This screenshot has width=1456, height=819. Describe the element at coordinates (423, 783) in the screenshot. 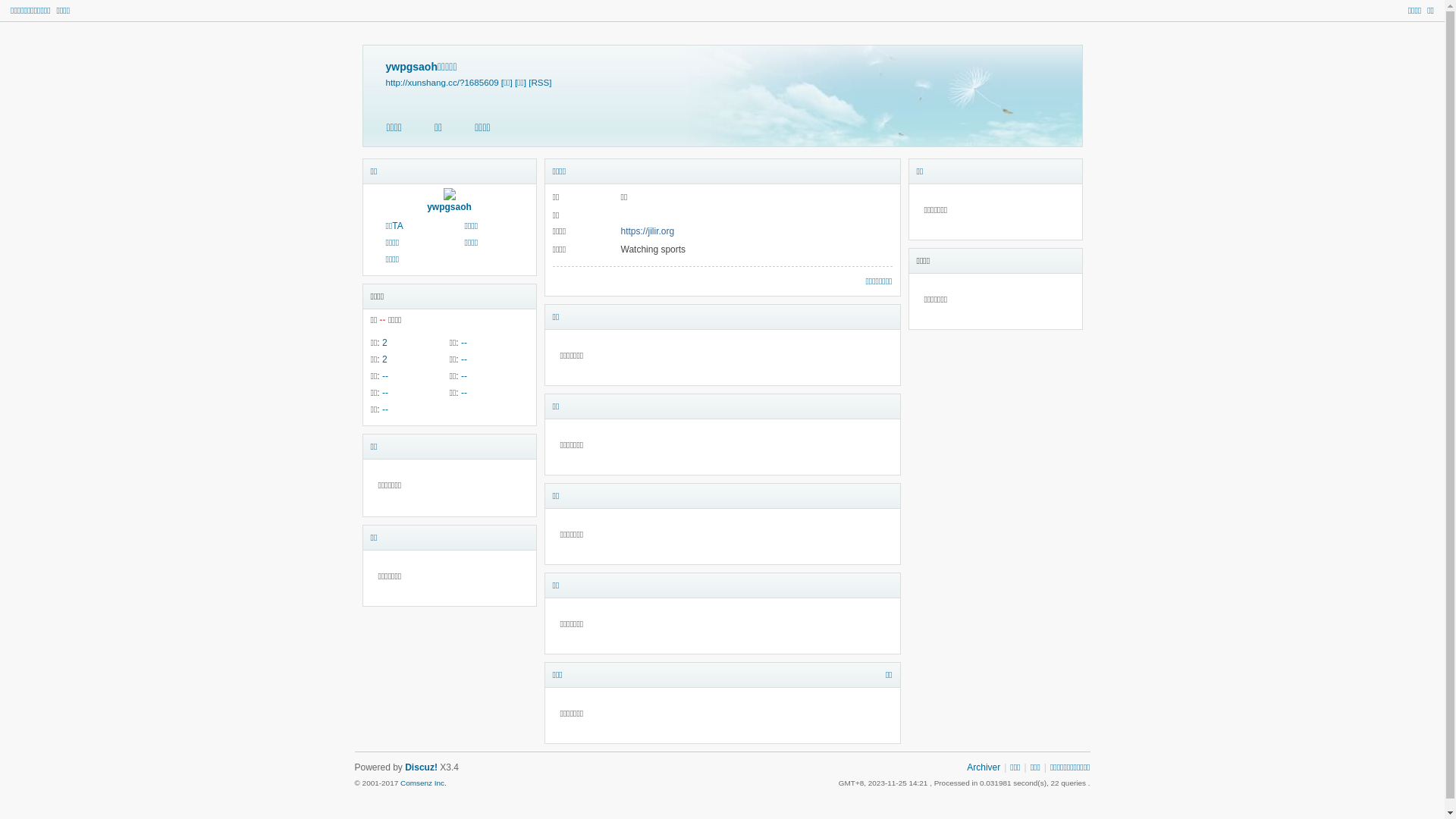

I see `'Comsenz Inc.'` at that location.